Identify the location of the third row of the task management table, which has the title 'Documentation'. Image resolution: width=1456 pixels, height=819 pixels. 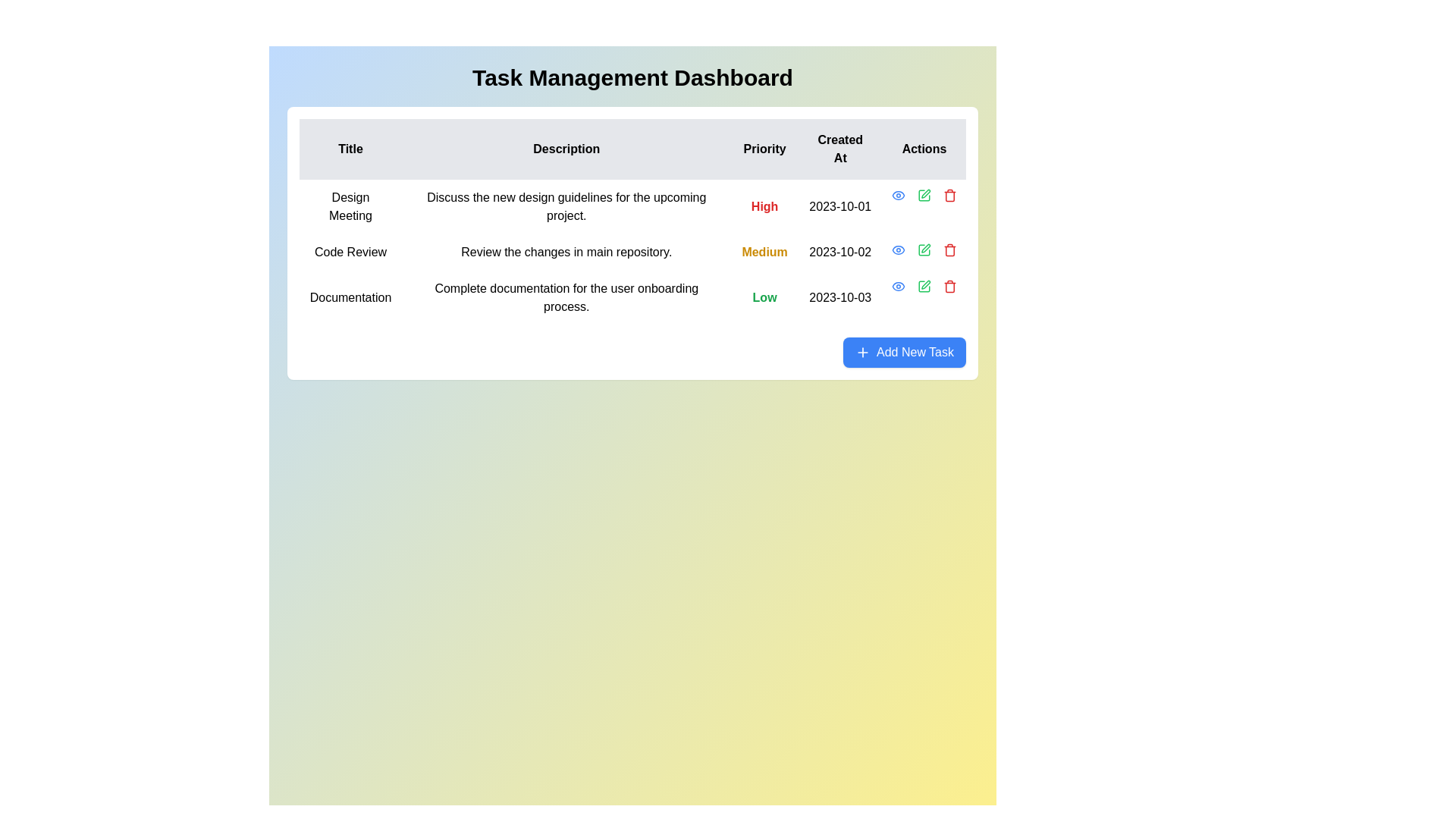
(632, 298).